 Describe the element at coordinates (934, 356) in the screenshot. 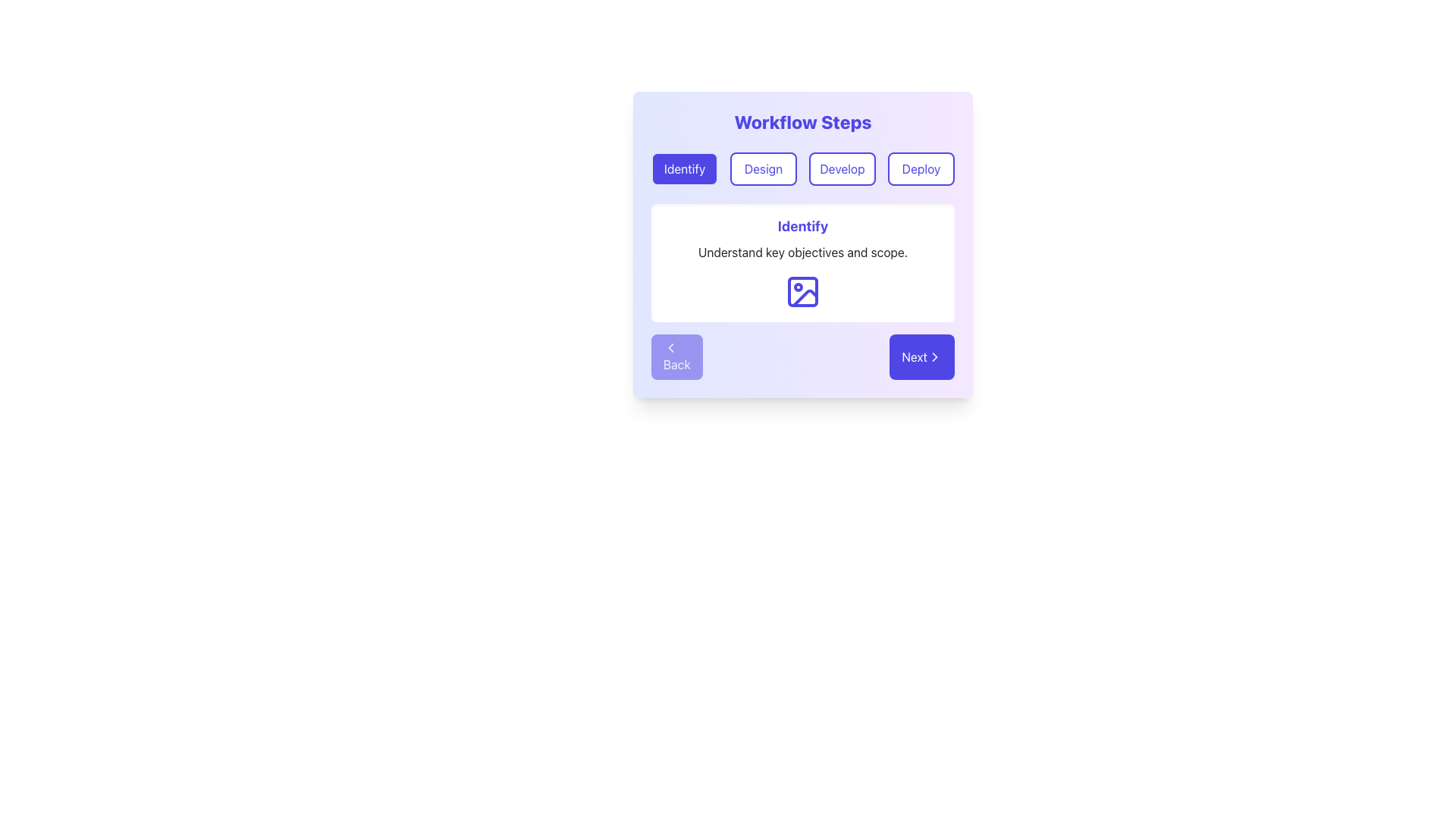

I see `the 'Next' button located at the bottom-right corner of the interface, which contains a right-pointing chevron arrow icon` at that location.